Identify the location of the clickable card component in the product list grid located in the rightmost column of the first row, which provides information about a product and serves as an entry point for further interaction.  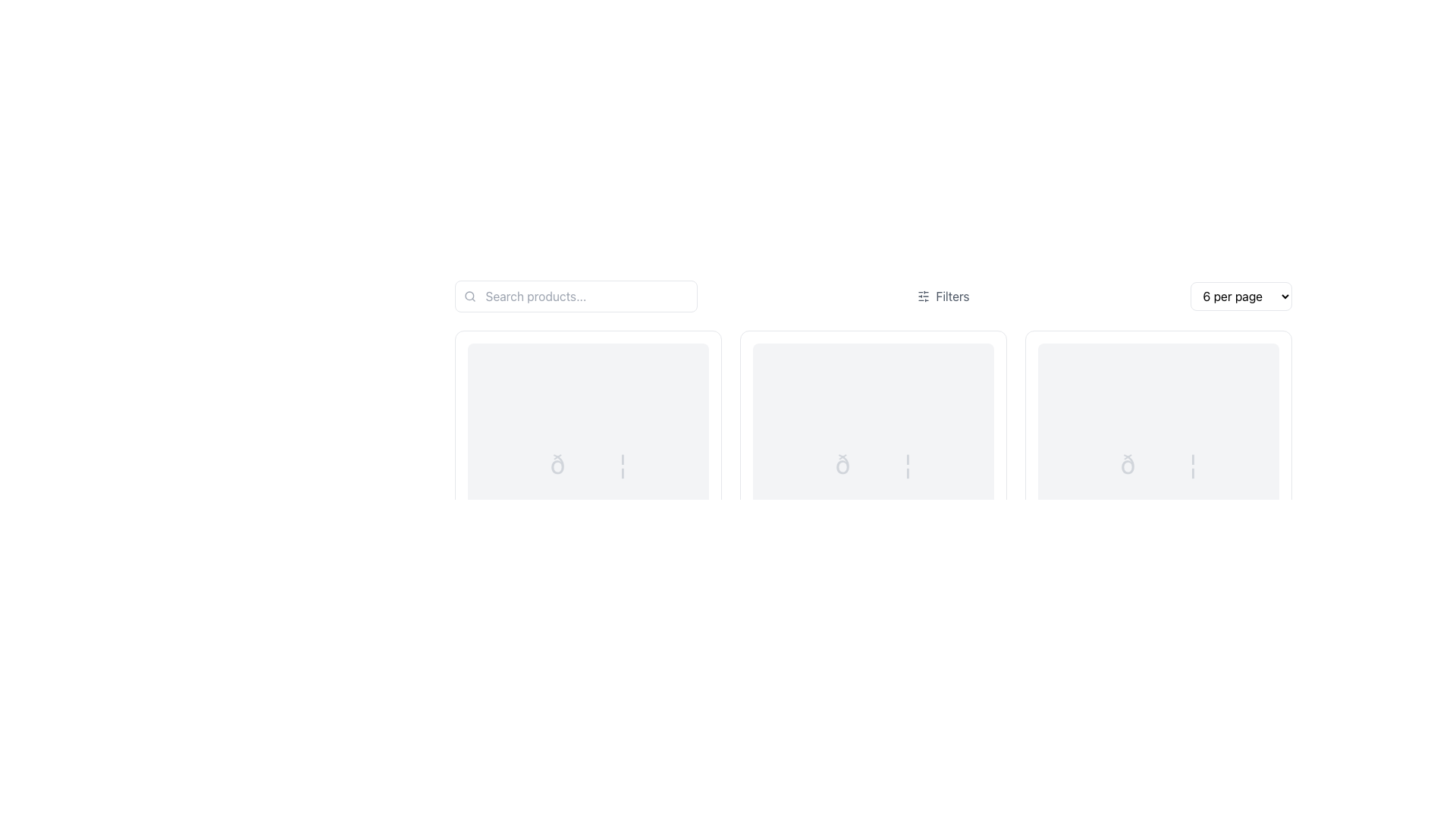
(1157, 493).